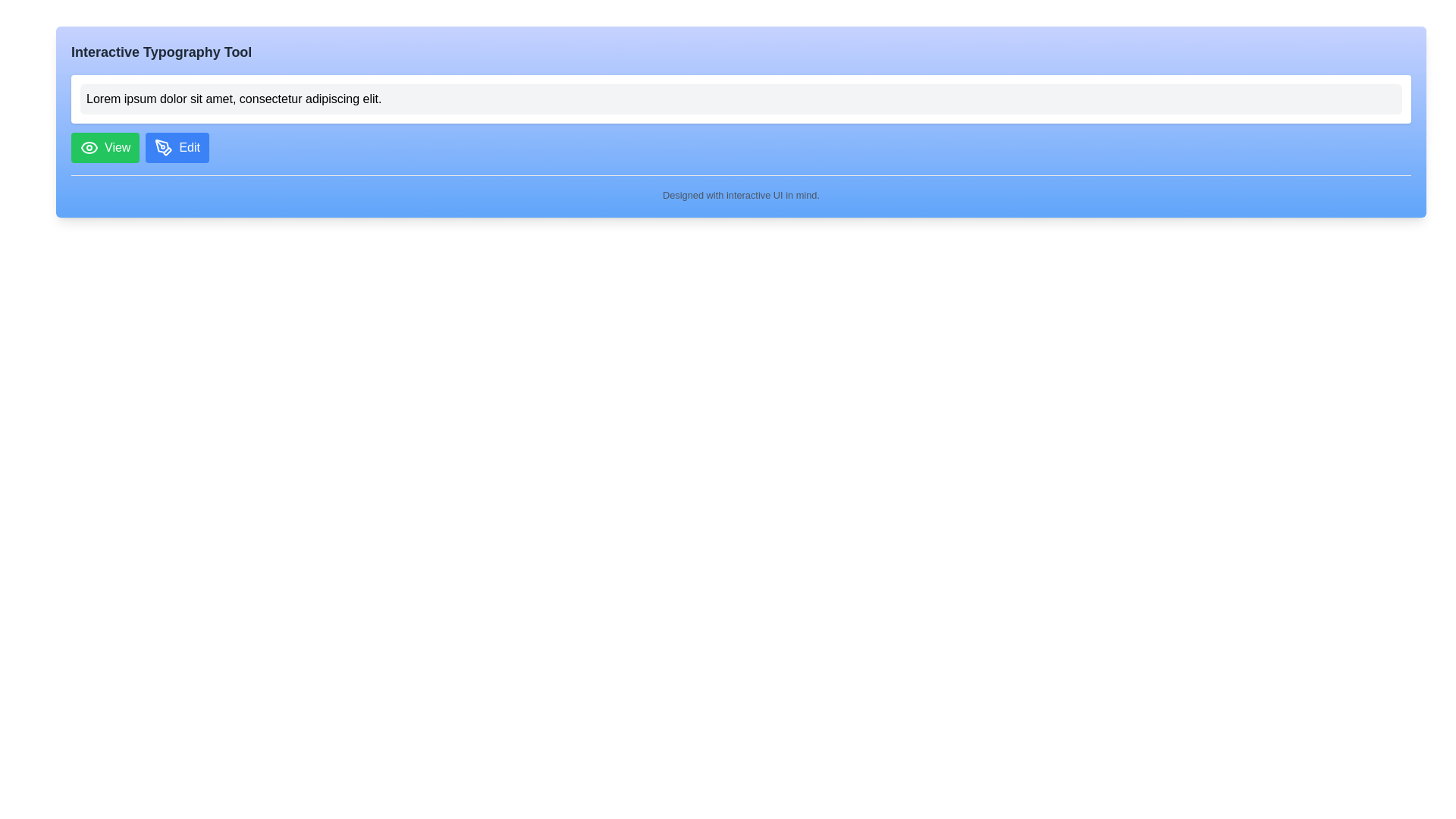 Image resolution: width=1456 pixels, height=819 pixels. Describe the element at coordinates (177, 148) in the screenshot. I see `the blue rectangular button with rounded corners that has a pen tool icon and the text 'Edit'` at that location.